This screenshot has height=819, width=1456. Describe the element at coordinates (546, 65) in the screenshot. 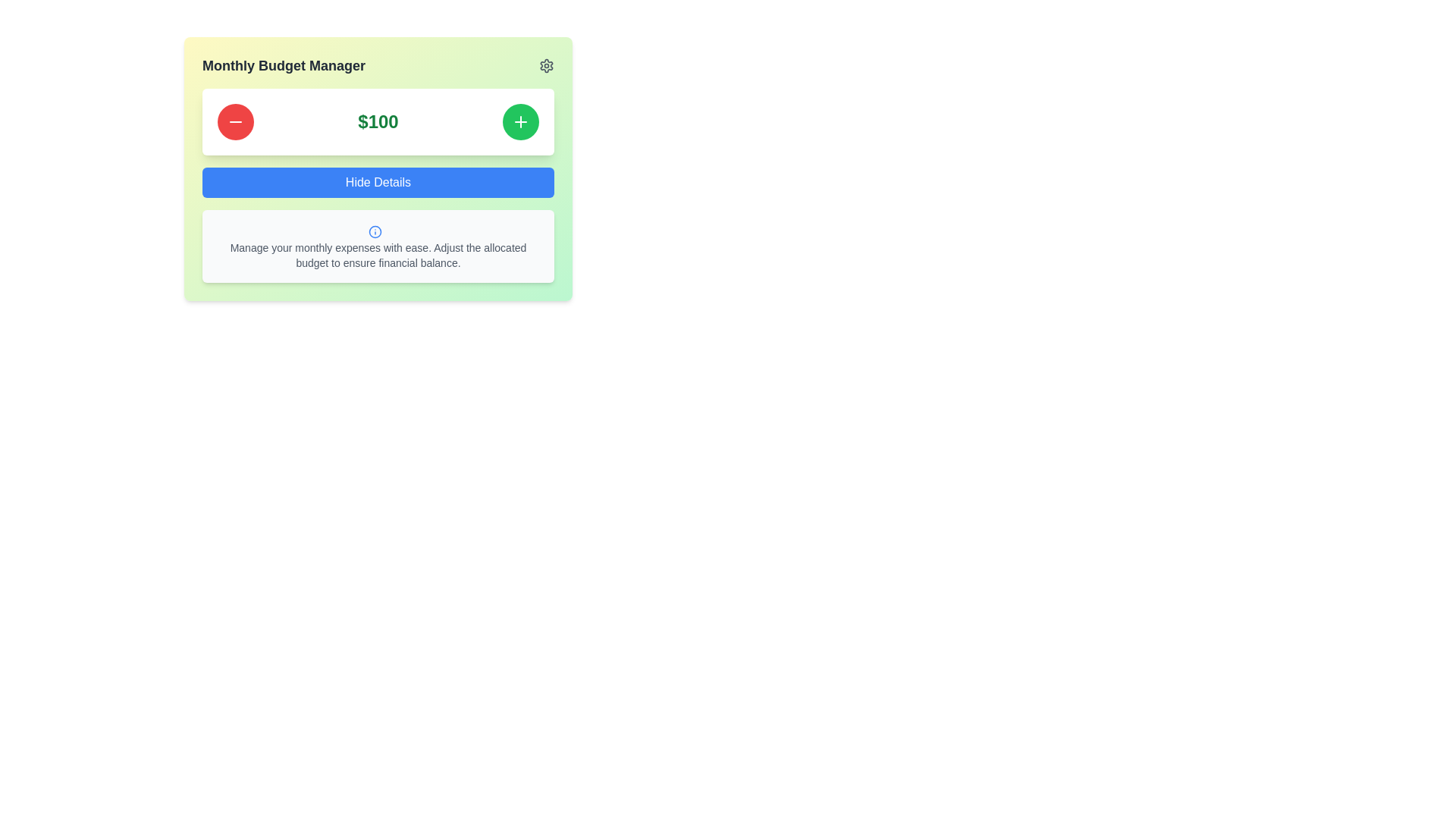

I see `the gear-shaped icon in the upper-right corner of the 'Monthly Budget Manager' interface, which is styled in gray and resembles a settings control` at that location.